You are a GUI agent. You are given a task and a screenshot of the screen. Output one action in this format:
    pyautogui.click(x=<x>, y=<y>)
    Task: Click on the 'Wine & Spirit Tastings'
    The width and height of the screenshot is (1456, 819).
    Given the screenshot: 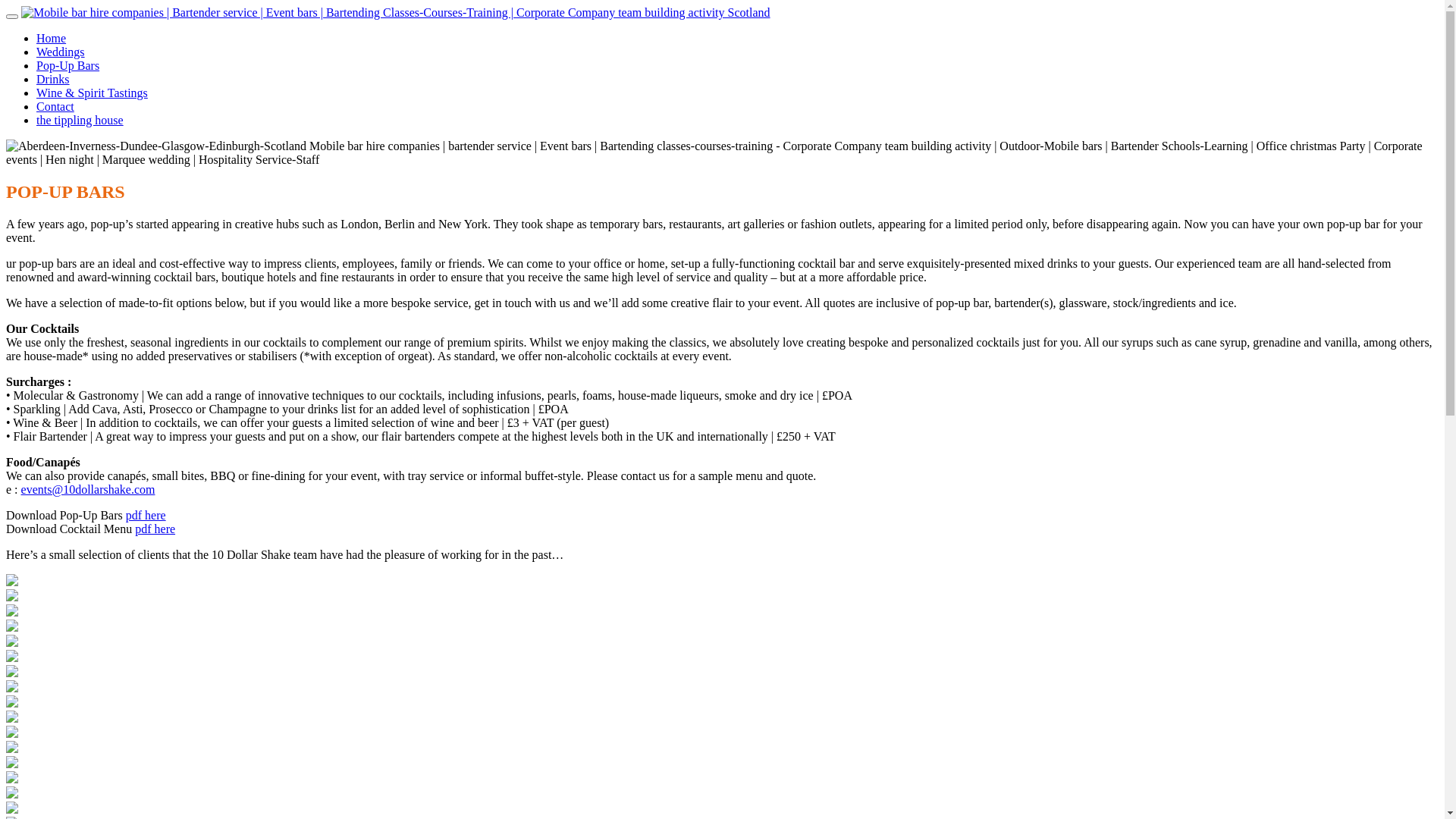 What is the action you would take?
    pyautogui.click(x=91, y=93)
    